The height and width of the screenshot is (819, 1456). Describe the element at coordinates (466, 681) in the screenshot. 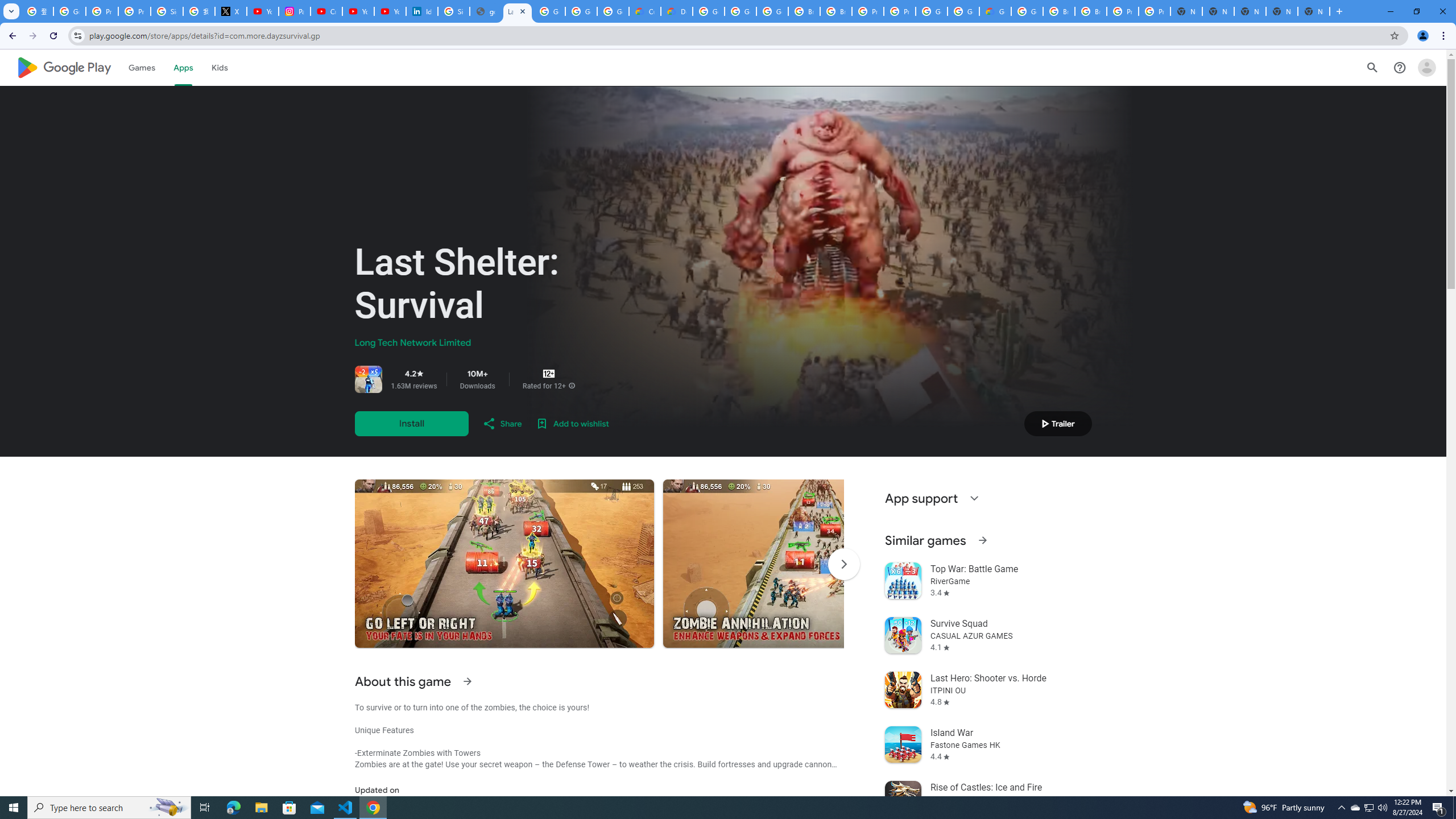

I see `'See more information on About this game'` at that location.